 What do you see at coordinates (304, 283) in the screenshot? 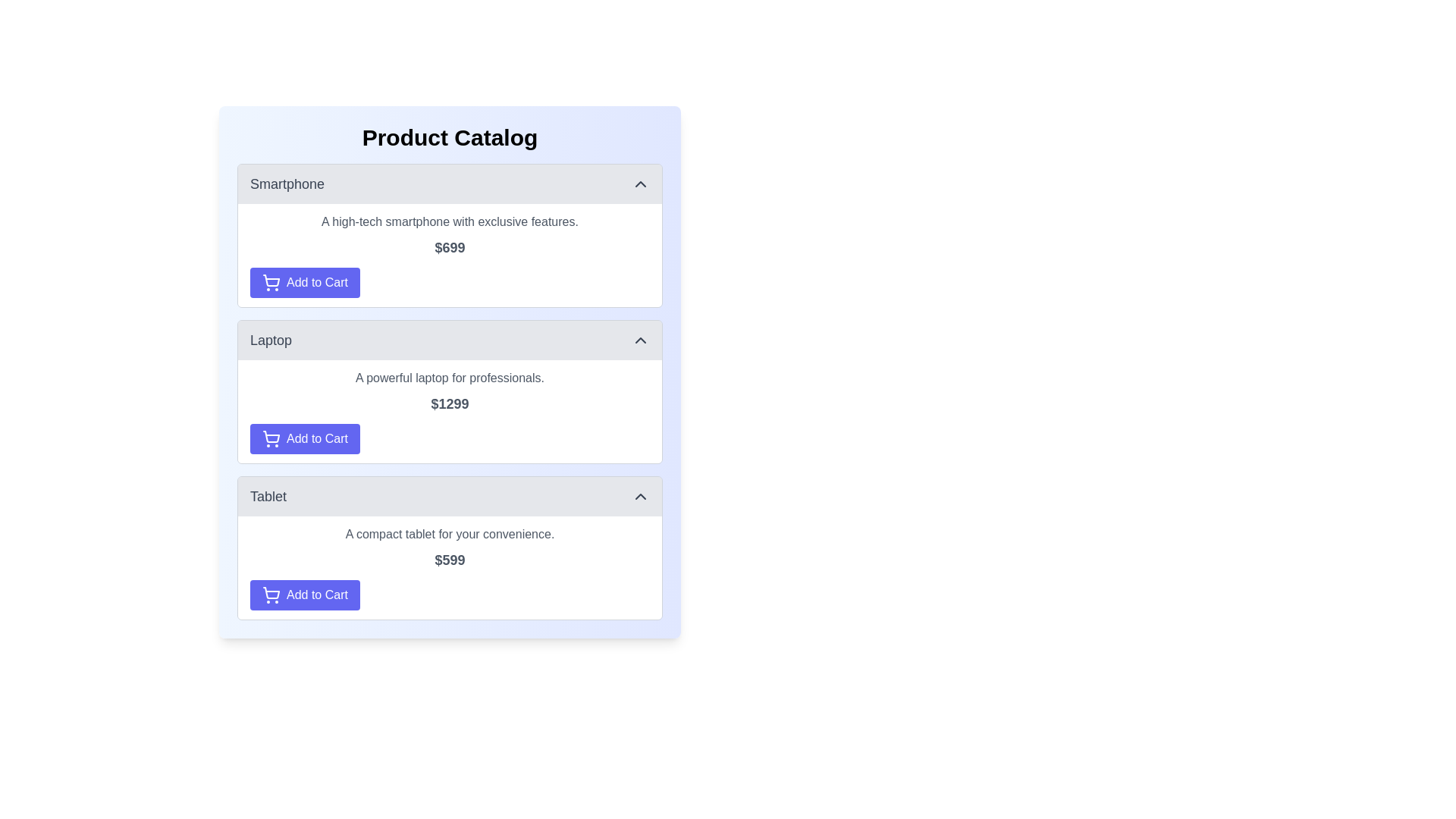
I see `the 'Add to Cart' button for the 'Smartphone' product to change its background shade` at bounding box center [304, 283].